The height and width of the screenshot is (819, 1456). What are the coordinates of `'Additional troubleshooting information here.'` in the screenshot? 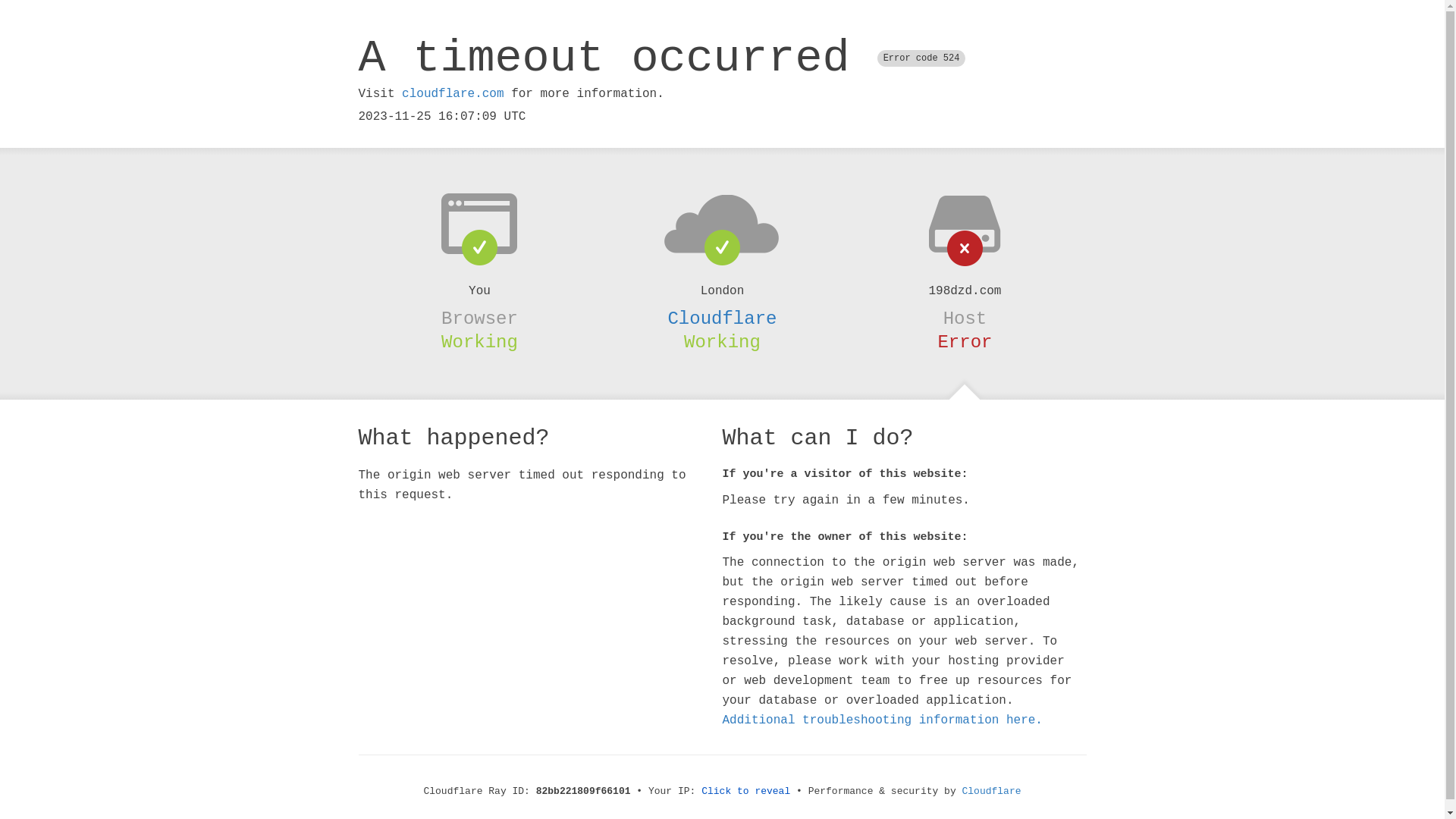 It's located at (881, 719).